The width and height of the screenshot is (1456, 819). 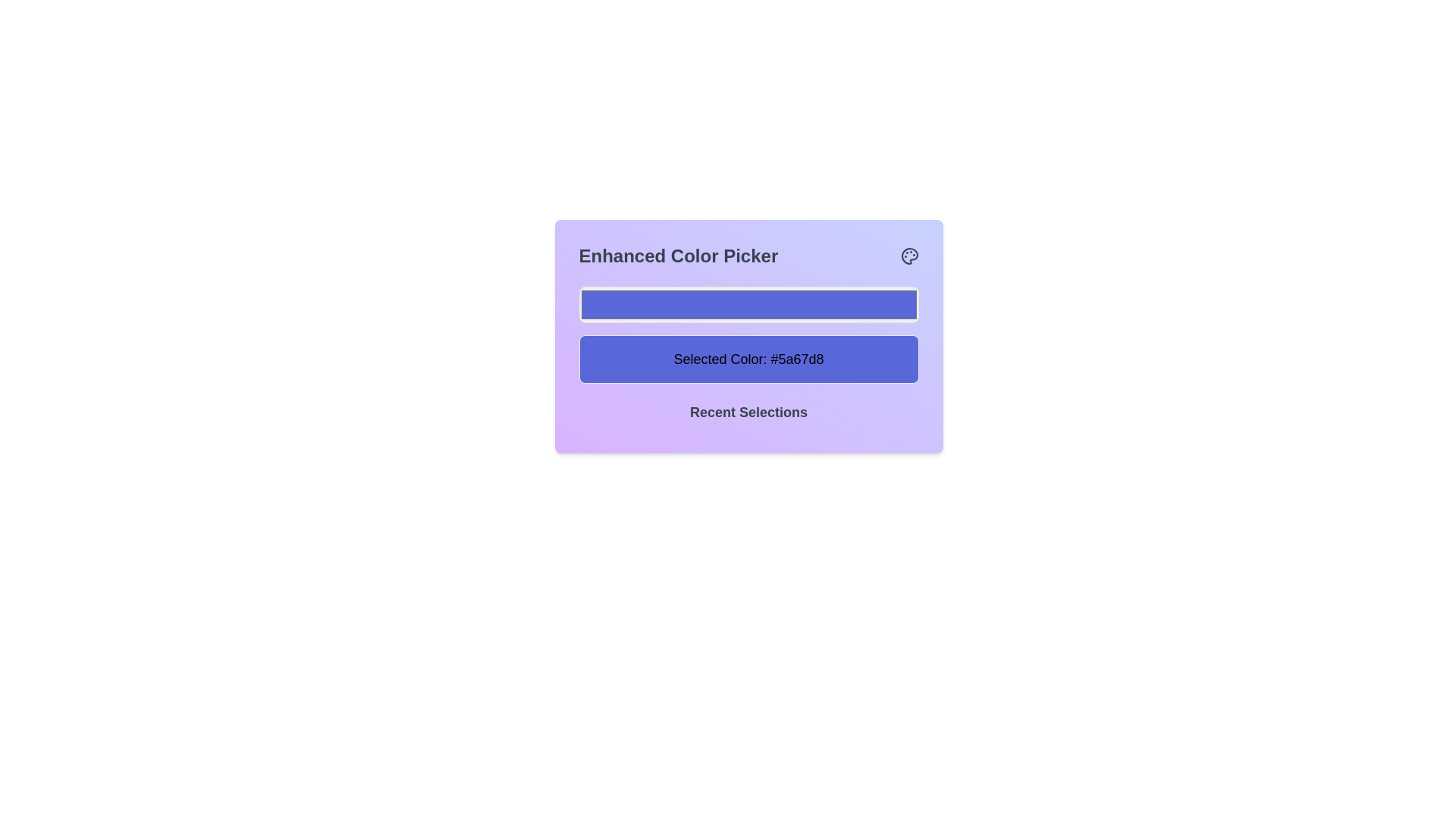 What do you see at coordinates (748, 415) in the screenshot?
I see `the 'Recent Selections' text label, which is styled in bold and semibold gray font and positioned at the bottom of a gradient background box` at bounding box center [748, 415].